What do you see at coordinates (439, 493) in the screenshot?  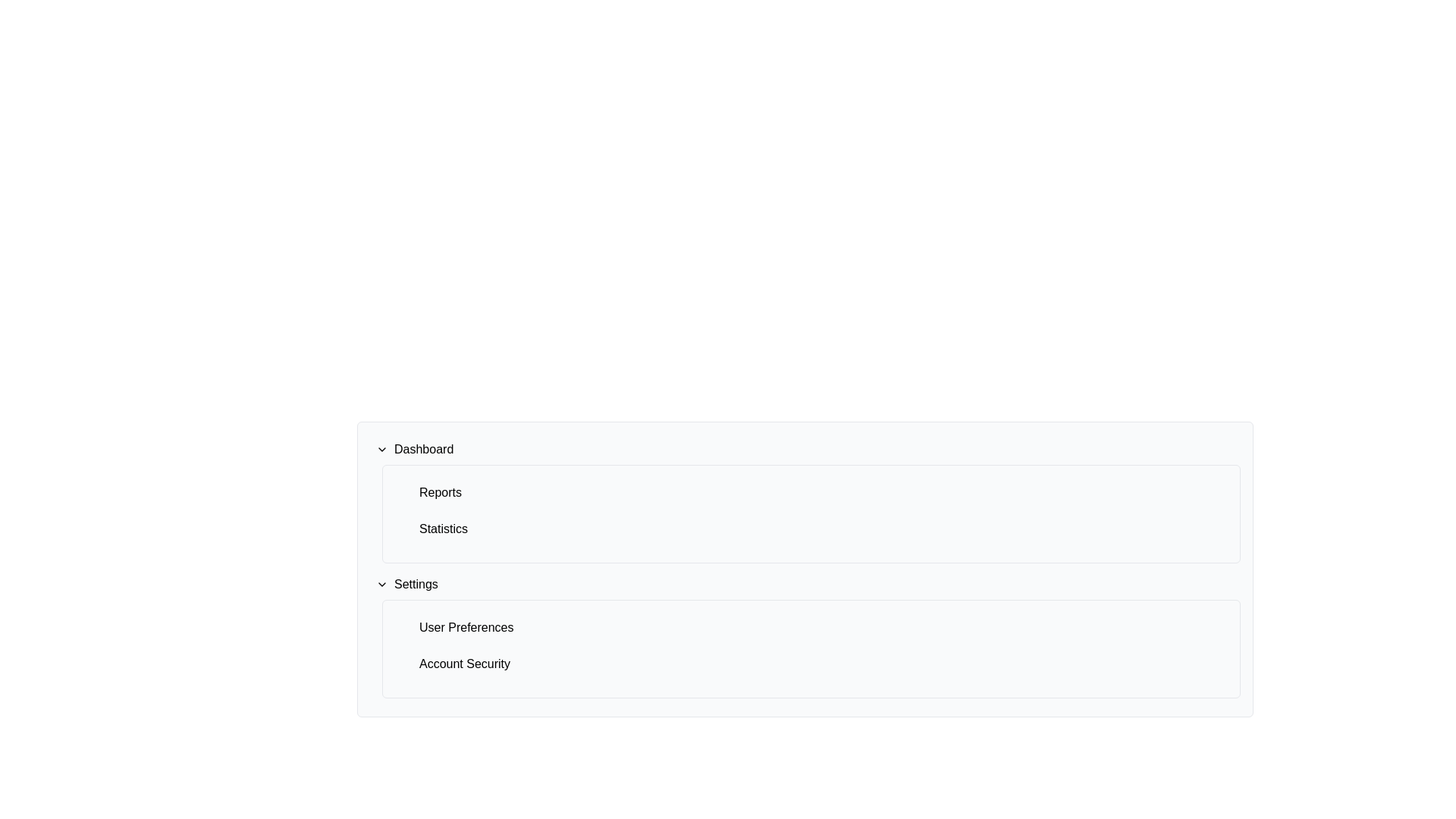 I see `the 'Reports' text label located below the 'Dashboard' section header in the submenu box` at bounding box center [439, 493].